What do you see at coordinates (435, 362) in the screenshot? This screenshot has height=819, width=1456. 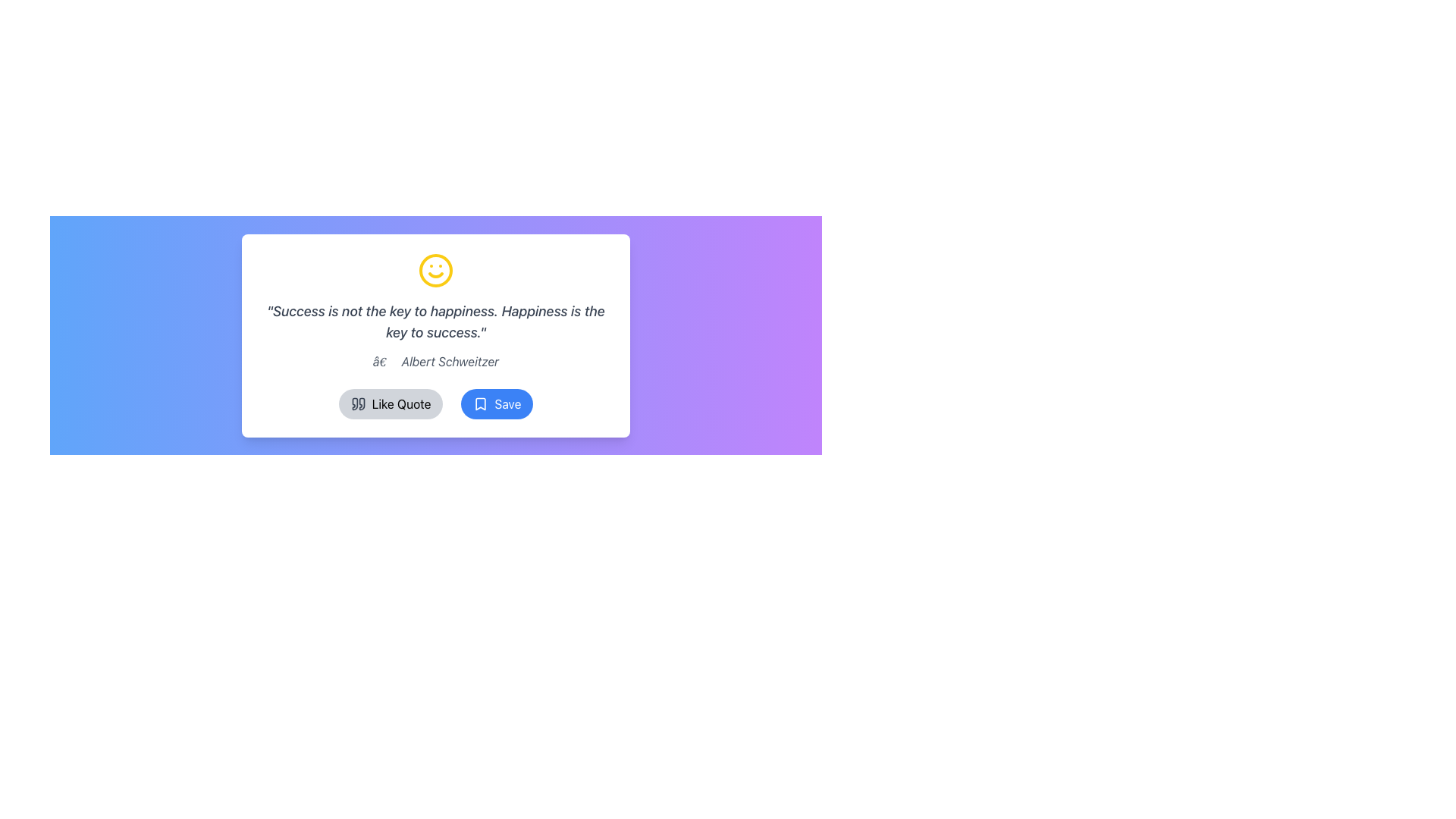 I see `text display block that shows the quote attribution '— Albert Schweitzer', styled in gray and located below the main quote text` at bounding box center [435, 362].